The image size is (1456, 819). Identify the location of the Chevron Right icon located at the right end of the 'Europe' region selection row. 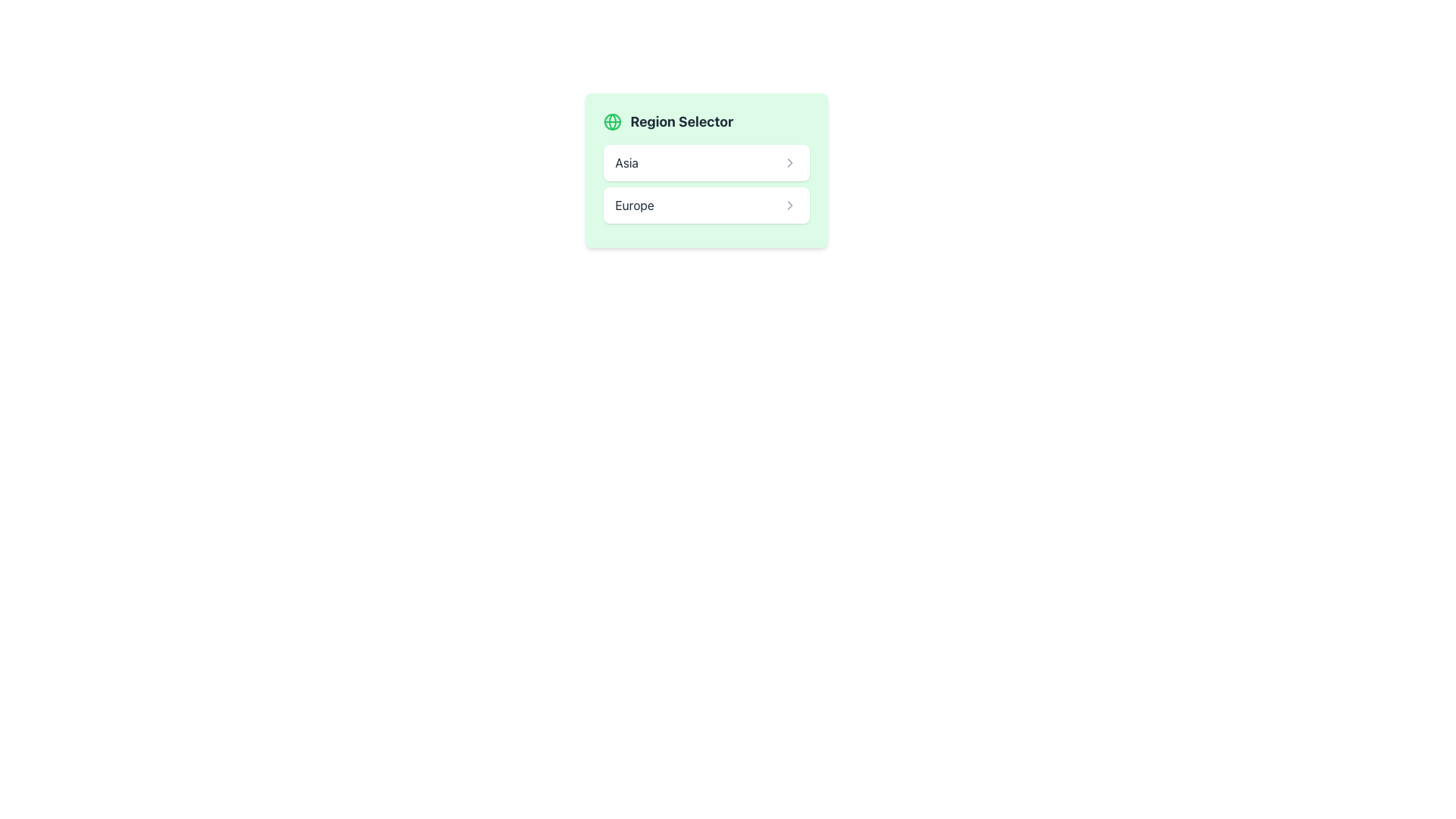
(789, 205).